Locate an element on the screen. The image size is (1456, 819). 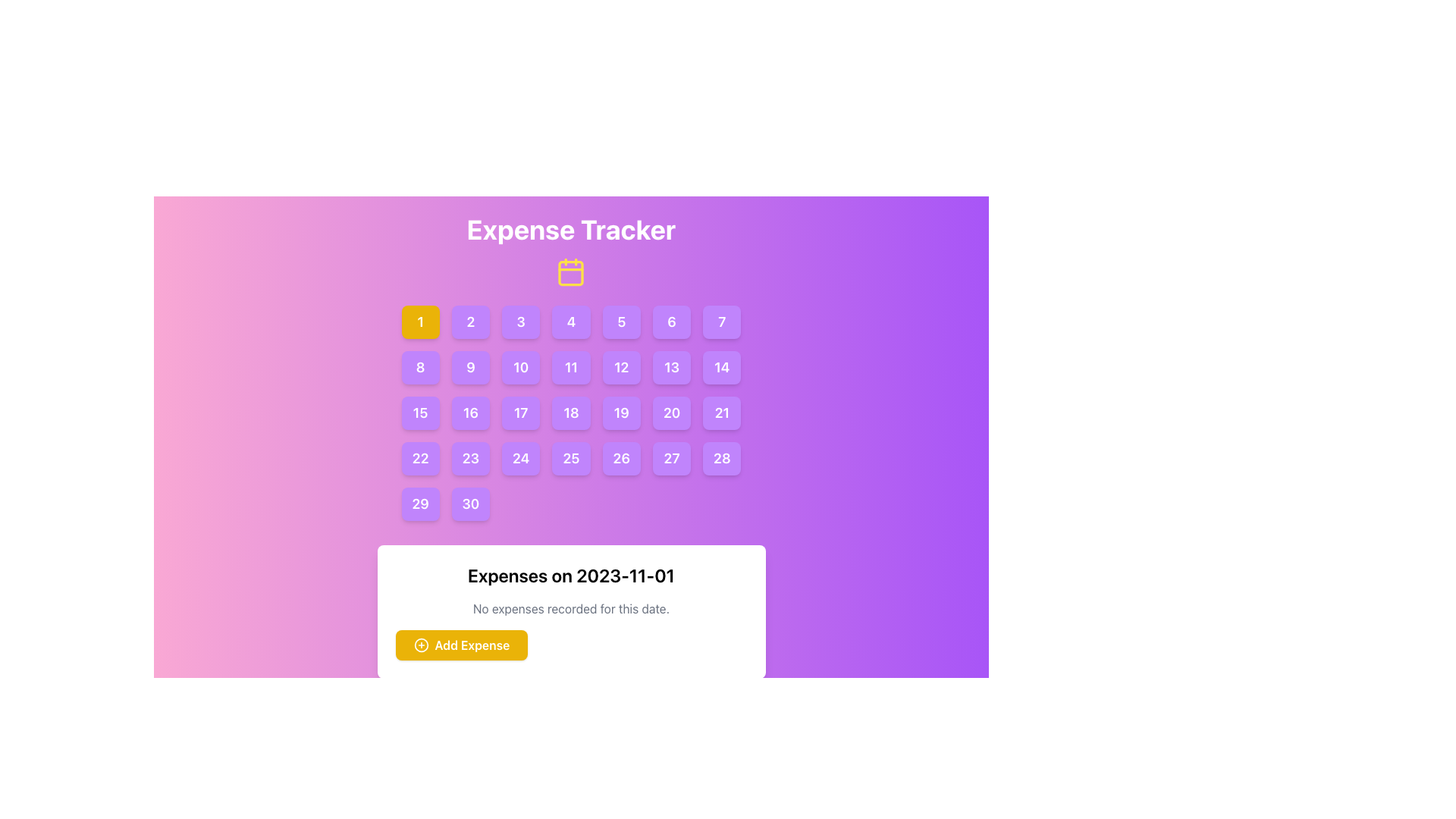
the square button with a purple background displaying the number '9' is located at coordinates (469, 368).